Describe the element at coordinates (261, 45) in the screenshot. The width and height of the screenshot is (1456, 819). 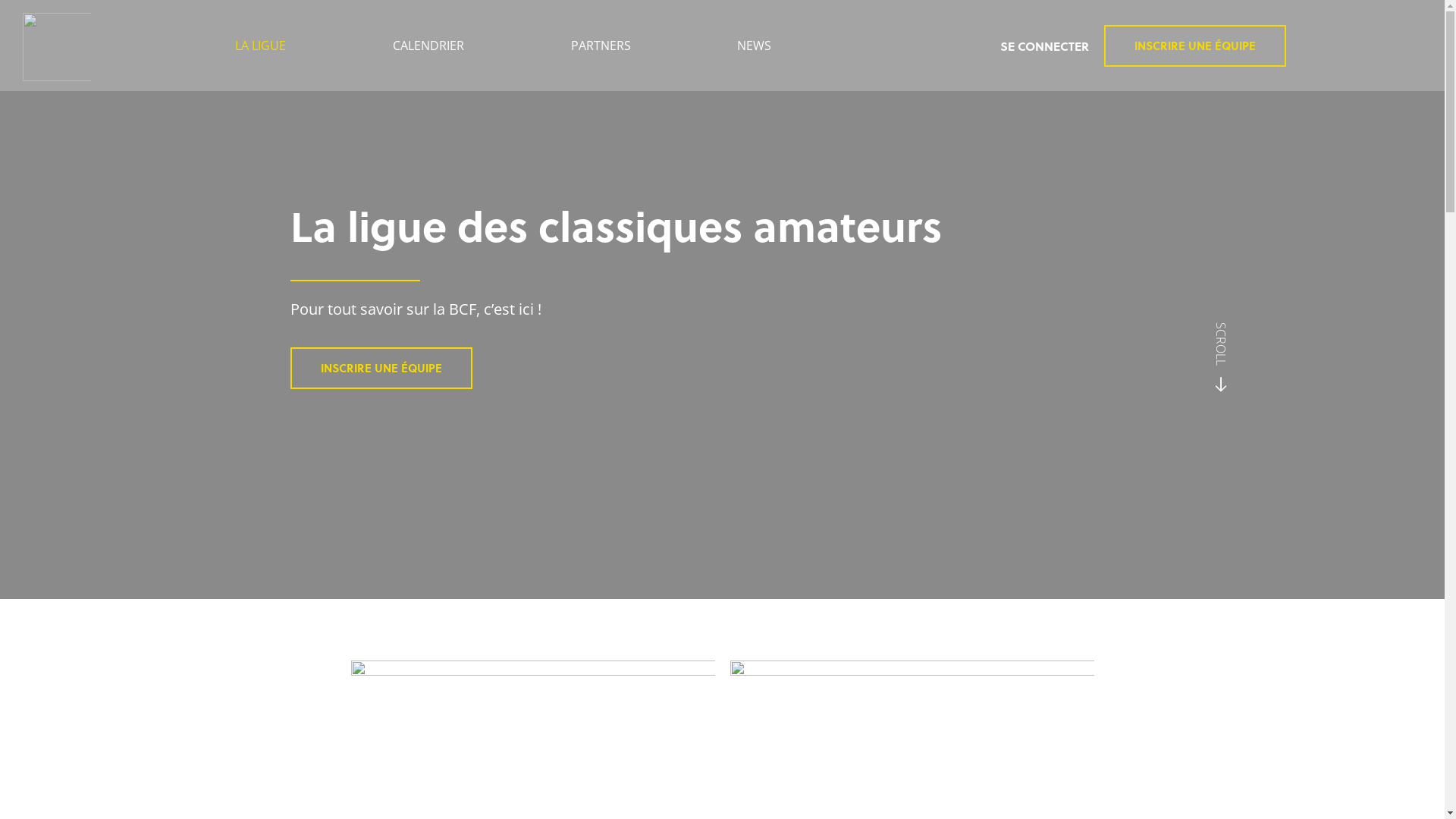
I see `'LA LIGUE'` at that location.